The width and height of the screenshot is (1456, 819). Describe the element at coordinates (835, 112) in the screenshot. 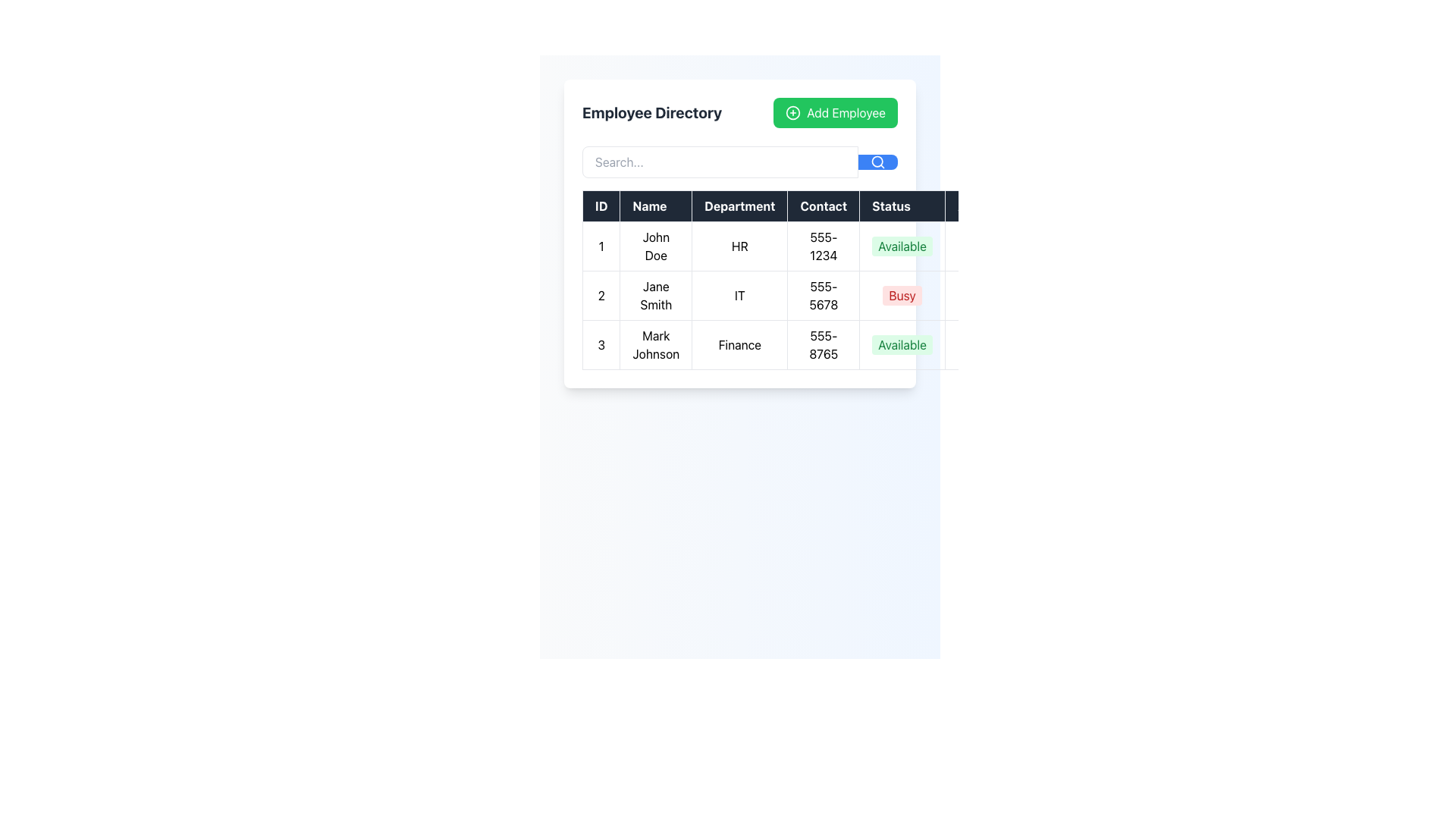

I see `the 'Add Employee' button, which has a green background and white text, located to the right of the 'Employee Directory' text in the header section` at that location.